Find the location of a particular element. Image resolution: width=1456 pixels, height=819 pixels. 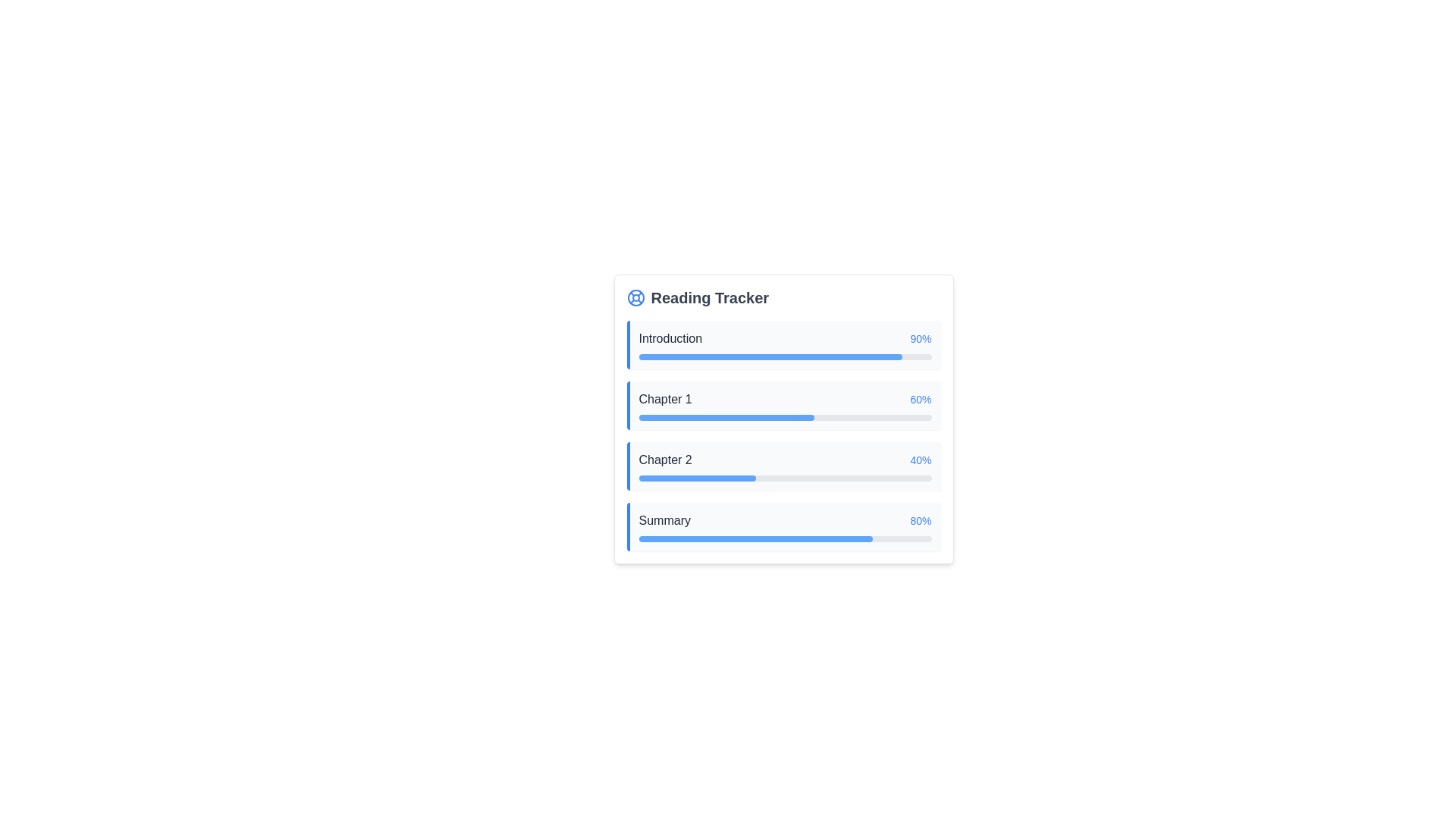

the text label displaying '90%' in bold blue font, positioned to the right of the 'Introduction' text is located at coordinates (920, 338).